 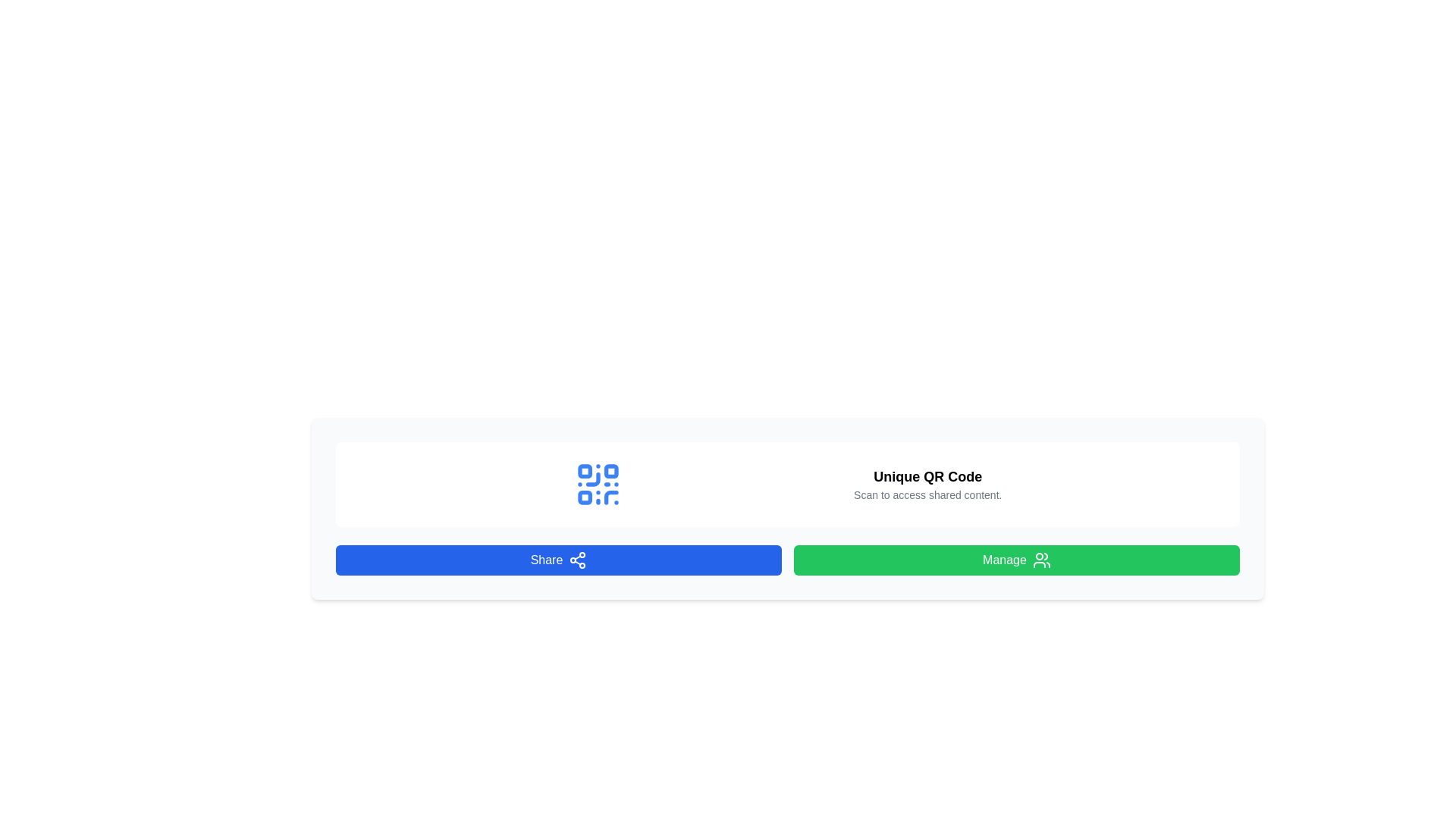 I want to click on the 'Manage' button that contains the group of people icon at the right end of the button, so click(x=1040, y=560).